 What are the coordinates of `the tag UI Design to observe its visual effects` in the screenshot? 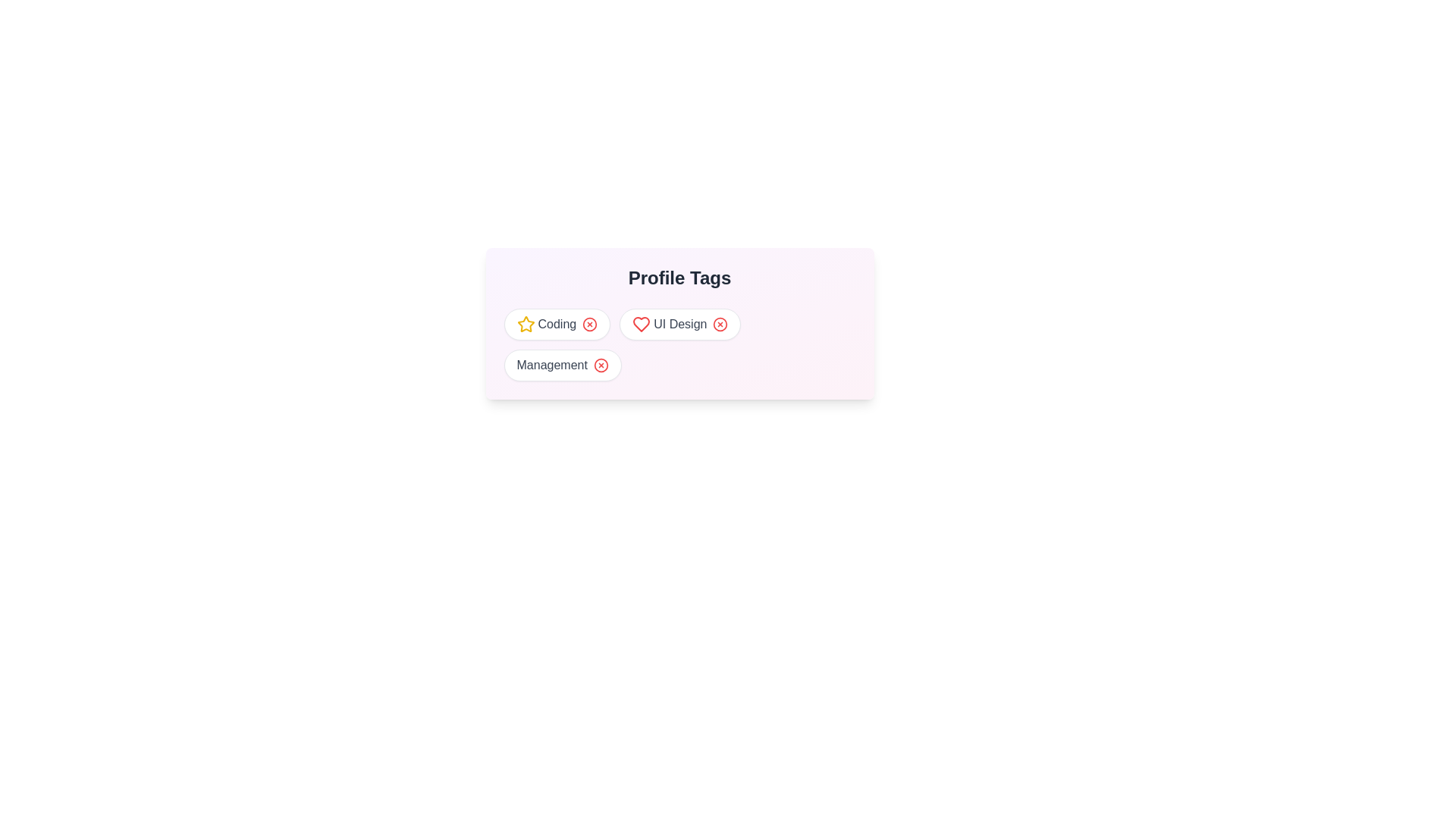 It's located at (679, 324).